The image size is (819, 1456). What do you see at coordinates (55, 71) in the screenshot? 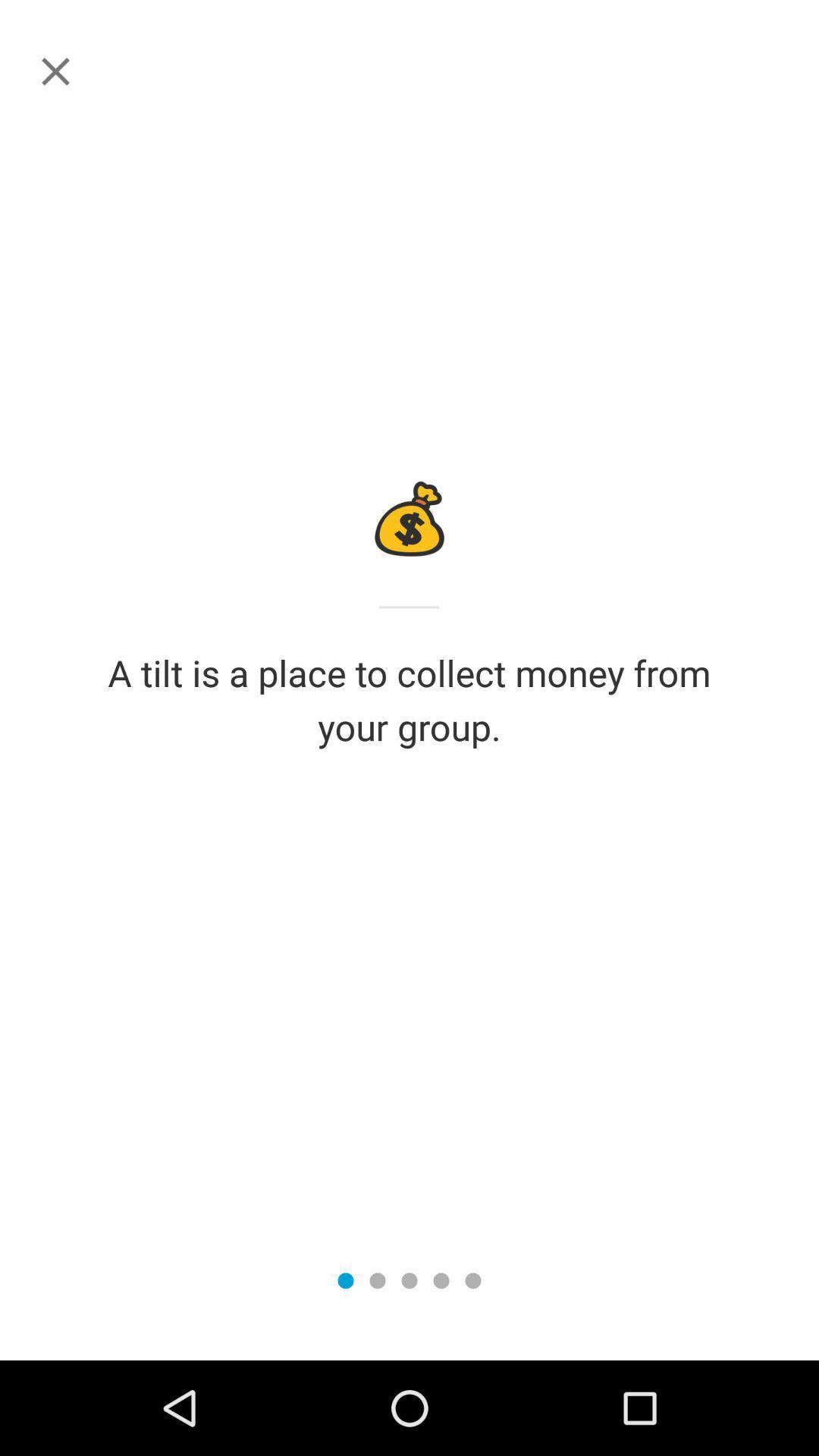
I see `this page` at bounding box center [55, 71].